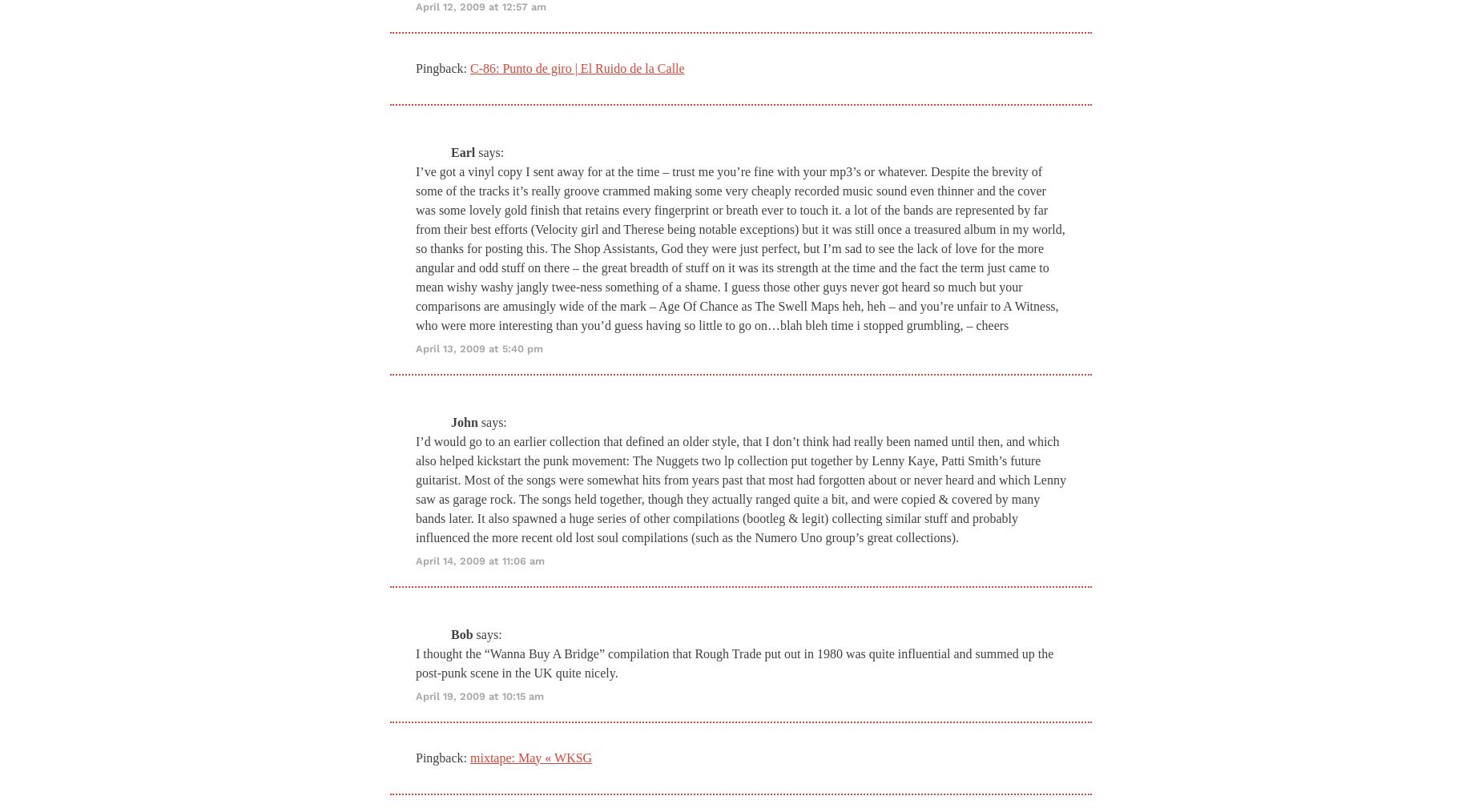 The width and height of the screenshot is (1482, 812). I want to click on 'I thought the “Wanna Buy A Bridge” compilation that Rough Trade put out in 1980 was quite influential and summed up the post-punk scene in the UK quite nicely.', so click(735, 662).